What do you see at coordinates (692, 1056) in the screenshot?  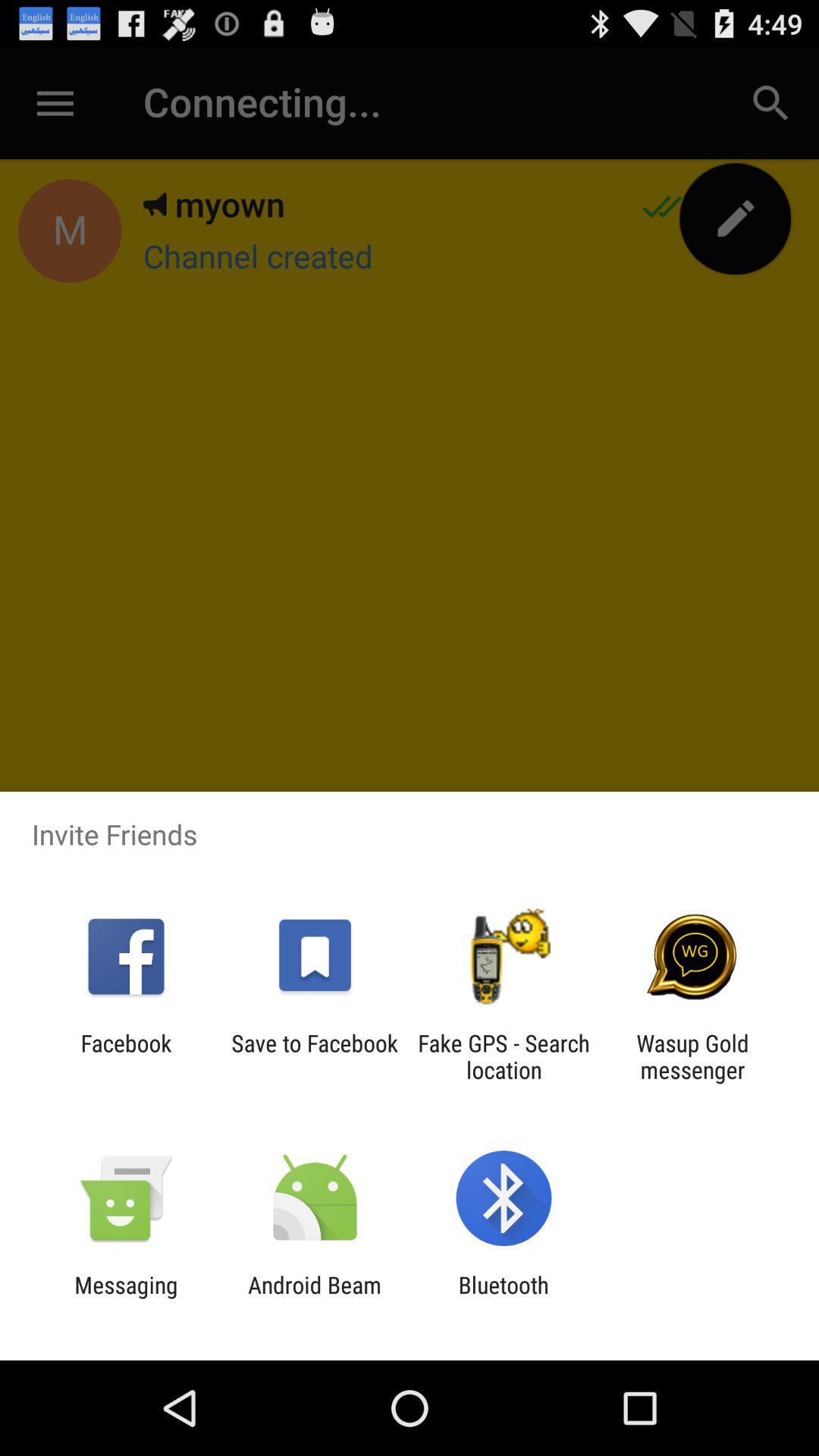 I see `wasup gold messenger` at bounding box center [692, 1056].